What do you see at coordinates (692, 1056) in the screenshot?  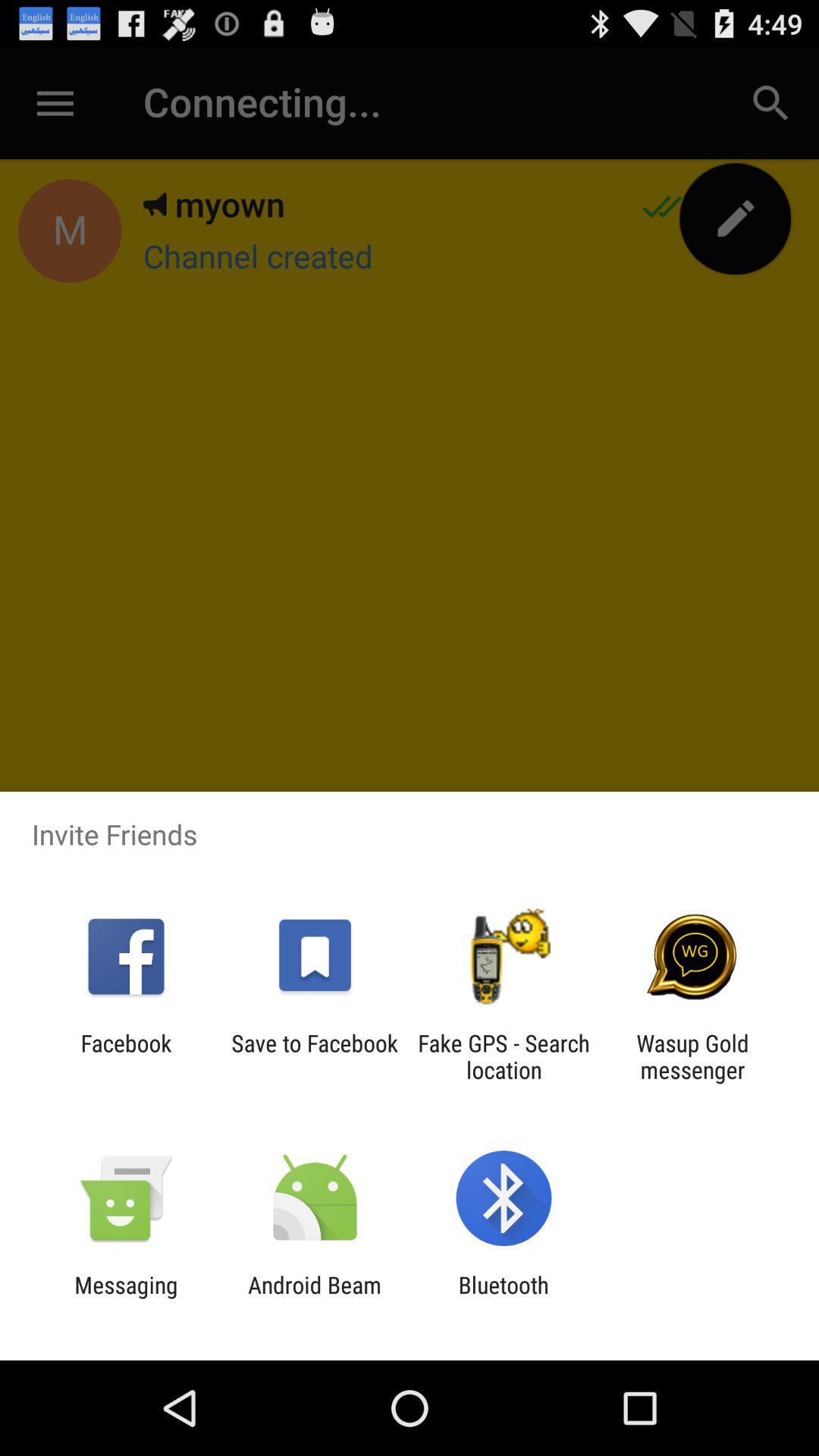 I see `wasup gold messenger` at bounding box center [692, 1056].